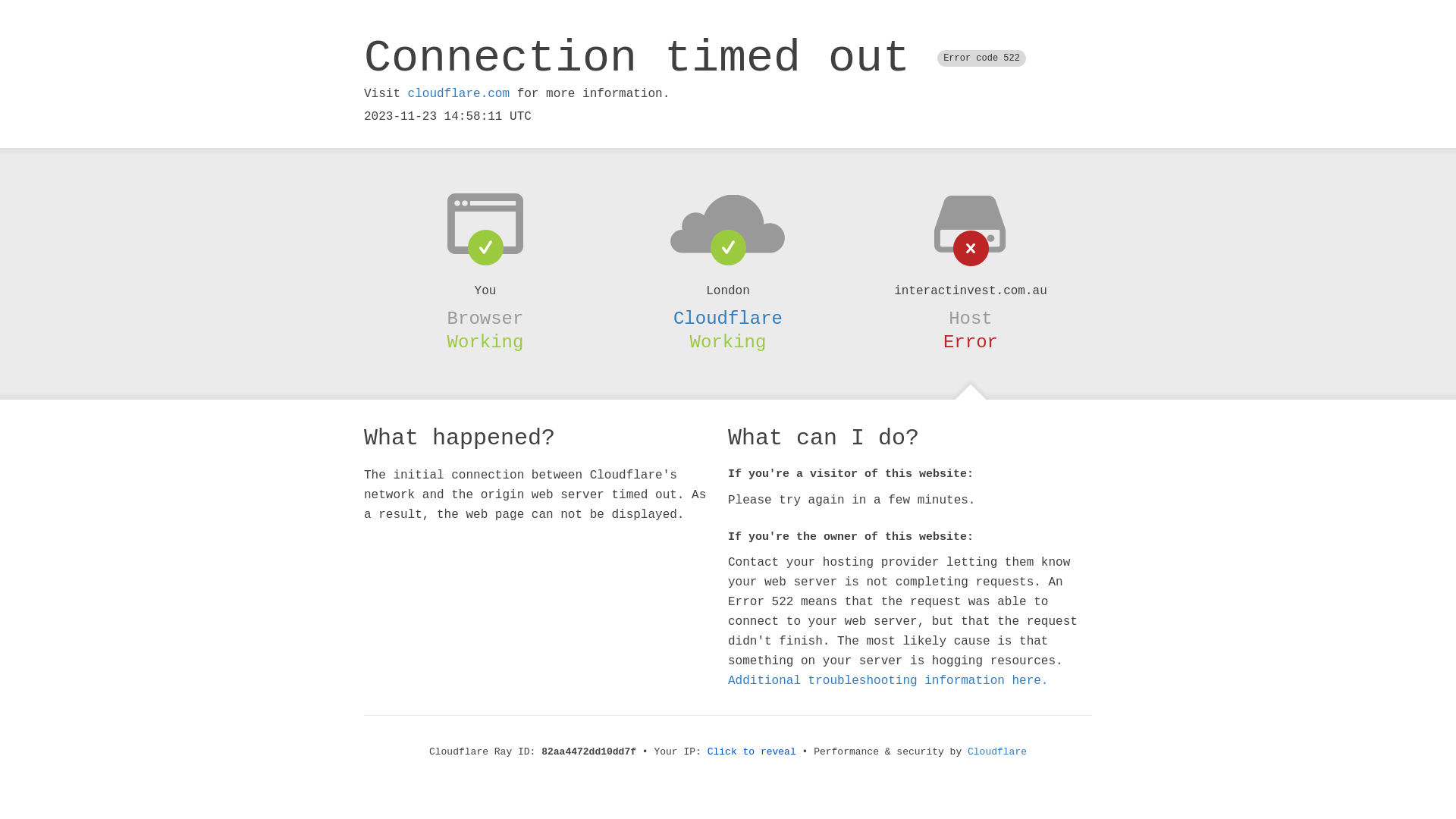 Image resolution: width=1456 pixels, height=819 pixels. What do you see at coordinates (888, 680) in the screenshot?
I see `'Additional troubleshooting information here.'` at bounding box center [888, 680].